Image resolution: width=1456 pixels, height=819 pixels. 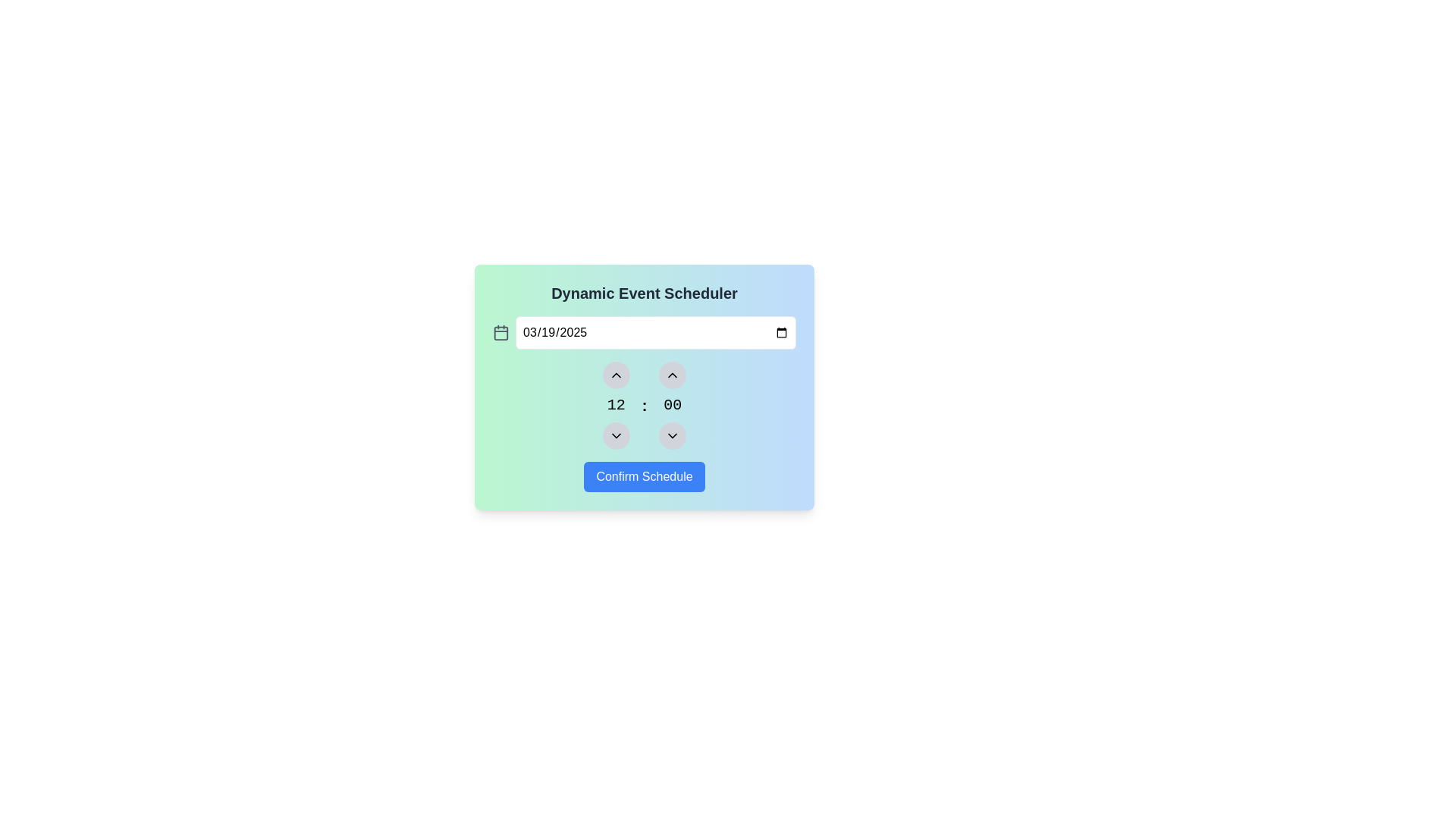 I want to click on a date from the dropdown calendar in the date input field located below the title 'Dynamic Event Scheduler', which has a placeholder showing '03/19/2025', so click(x=644, y=332).